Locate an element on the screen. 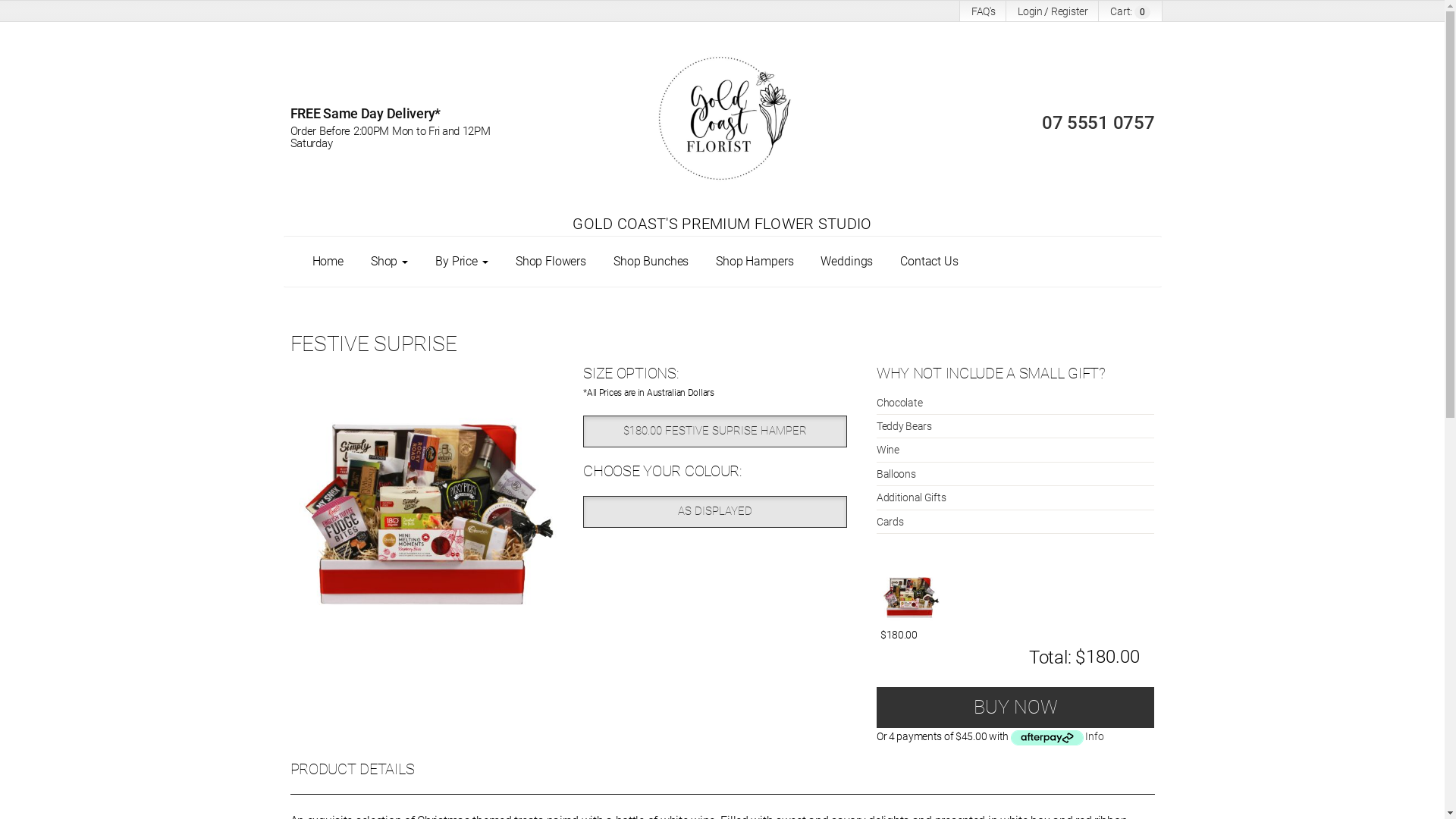 The width and height of the screenshot is (1456, 819). 'FAQ's' is located at coordinates (983, 11).